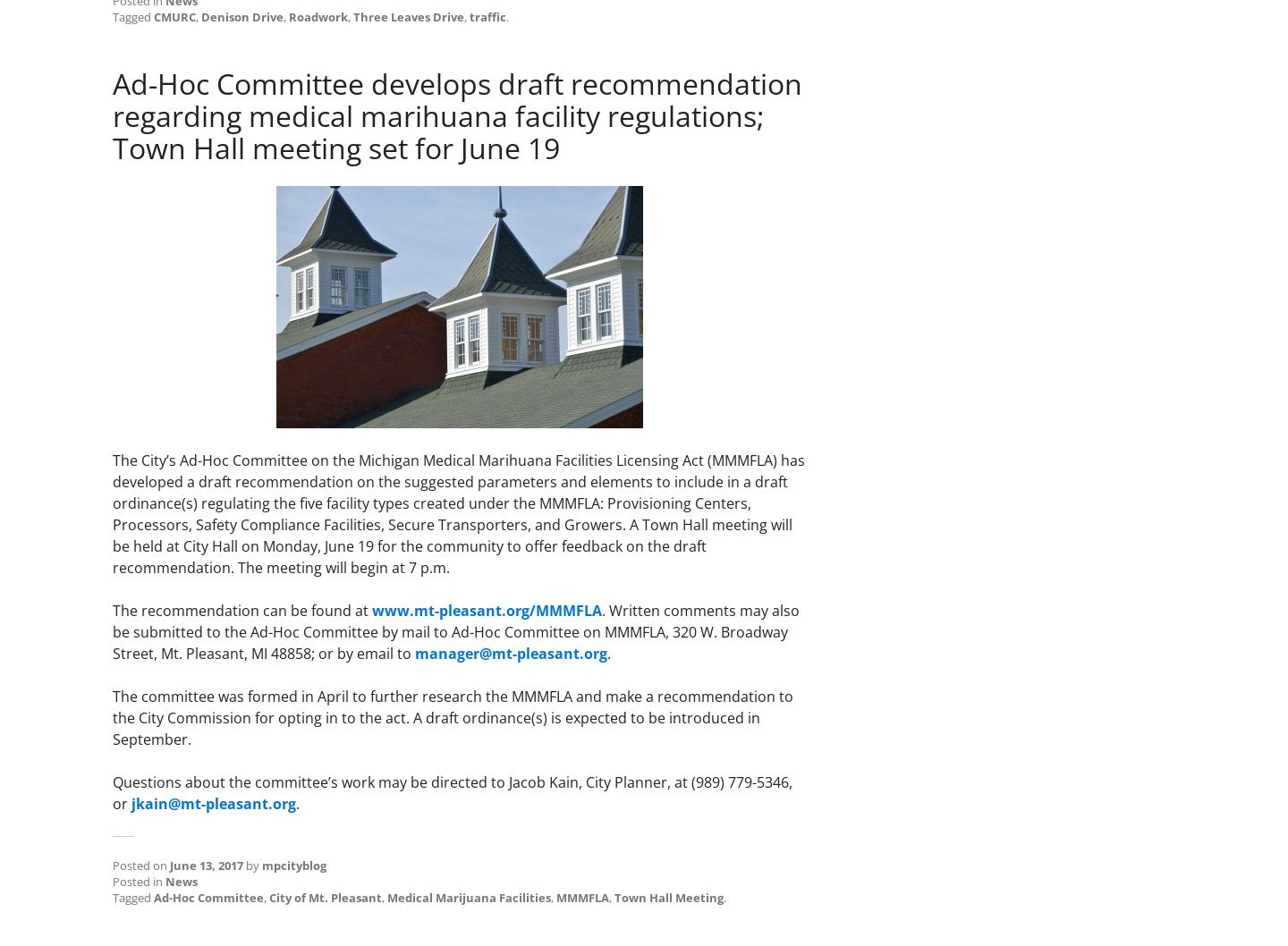 The image size is (1288, 946). Describe the element at coordinates (452, 791) in the screenshot. I see `'Questions about the committee’s work may be directed to Jacob Kain, City Planner, at (989) 779-5346, or'` at that location.